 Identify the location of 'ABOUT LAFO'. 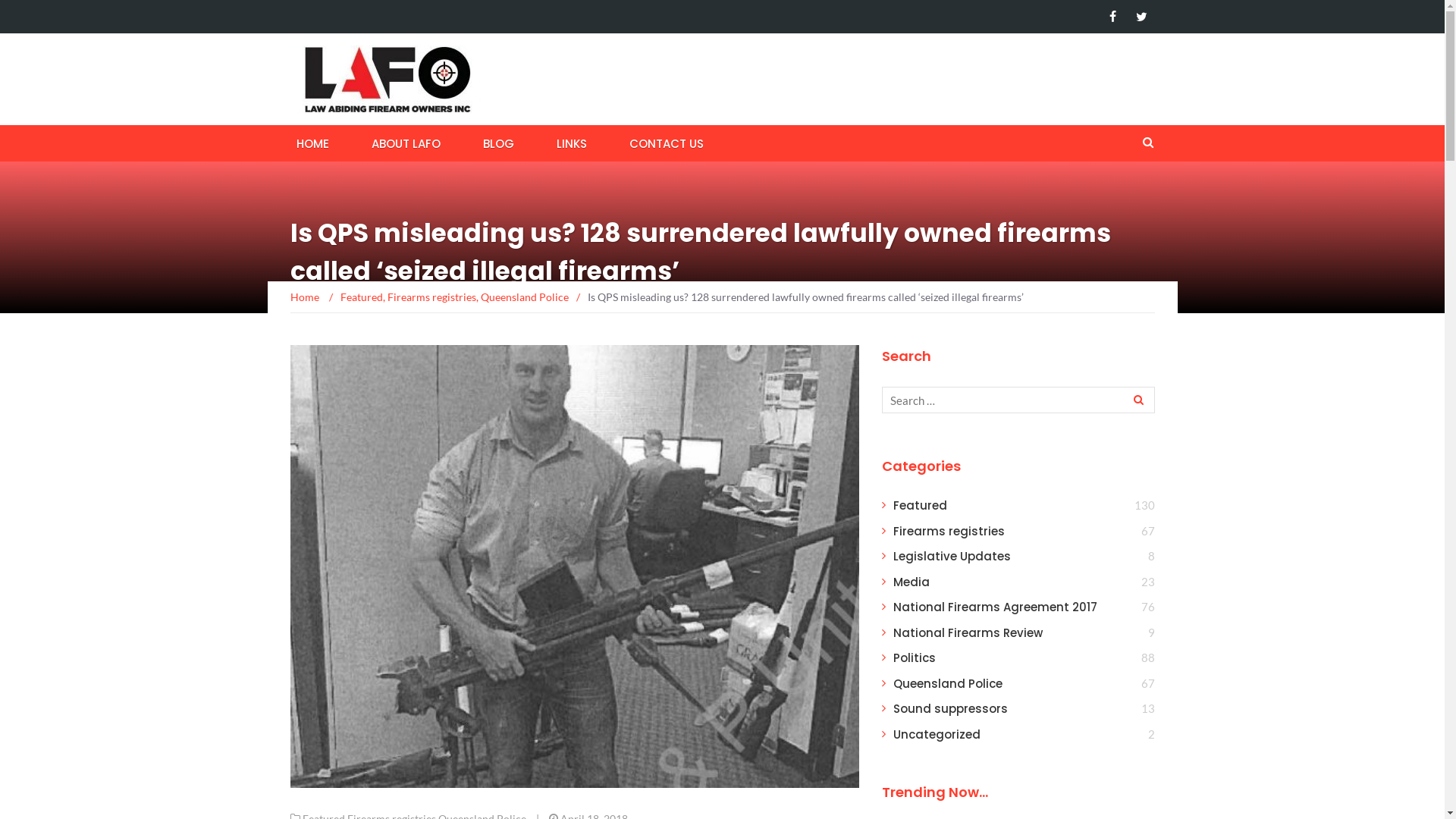
(365, 143).